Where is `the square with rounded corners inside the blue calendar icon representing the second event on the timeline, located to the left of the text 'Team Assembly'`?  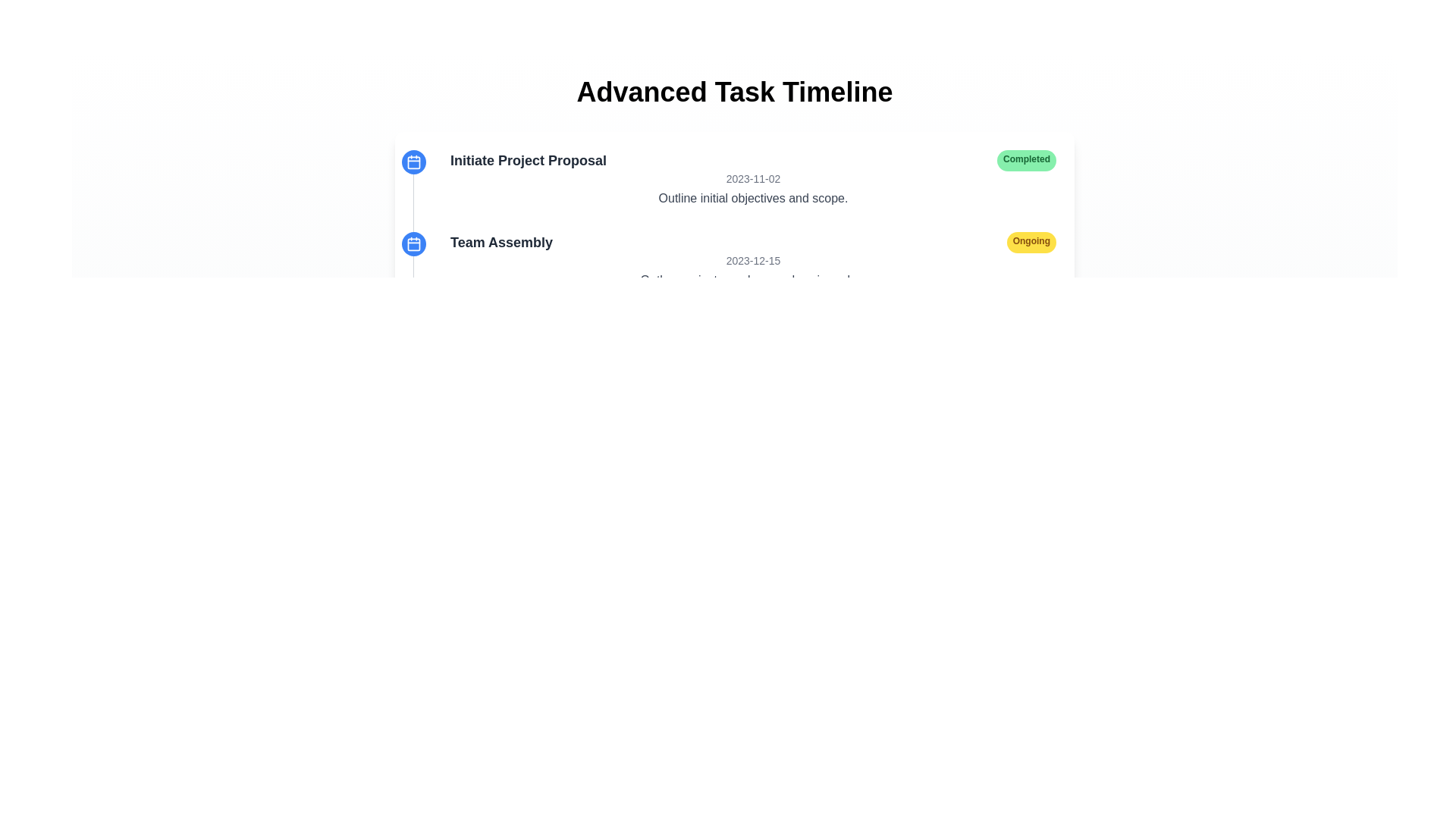 the square with rounded corners inside the blue calendar icon representing the second event on the timeline, located to the left of the text 'Team Assembly' is located at coordinates (414, 243).